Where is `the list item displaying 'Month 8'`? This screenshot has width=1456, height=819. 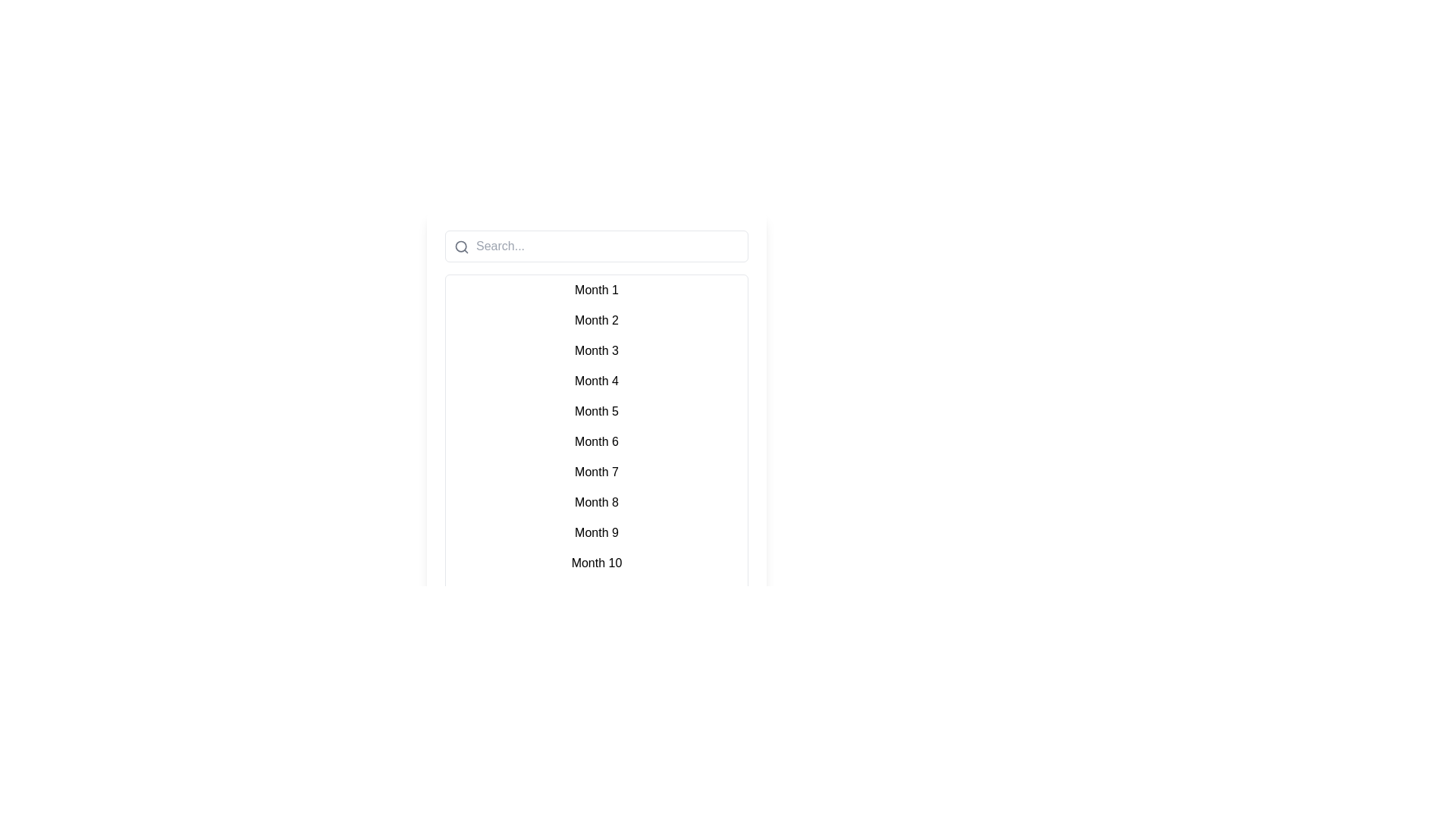 the list item displaying 'Month 8' is located at coordinates (596, 503).